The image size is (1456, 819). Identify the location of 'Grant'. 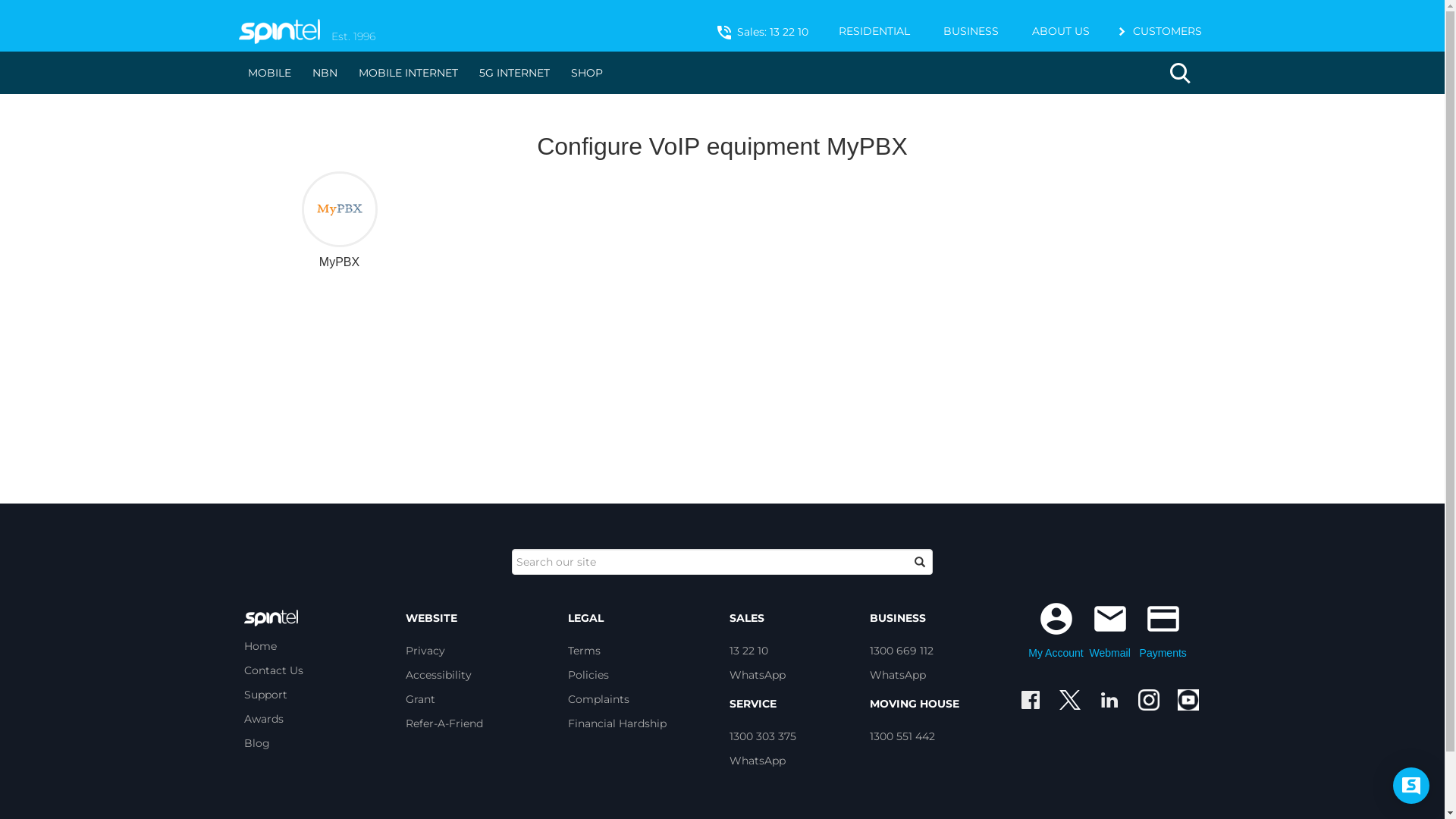
(420, 698).